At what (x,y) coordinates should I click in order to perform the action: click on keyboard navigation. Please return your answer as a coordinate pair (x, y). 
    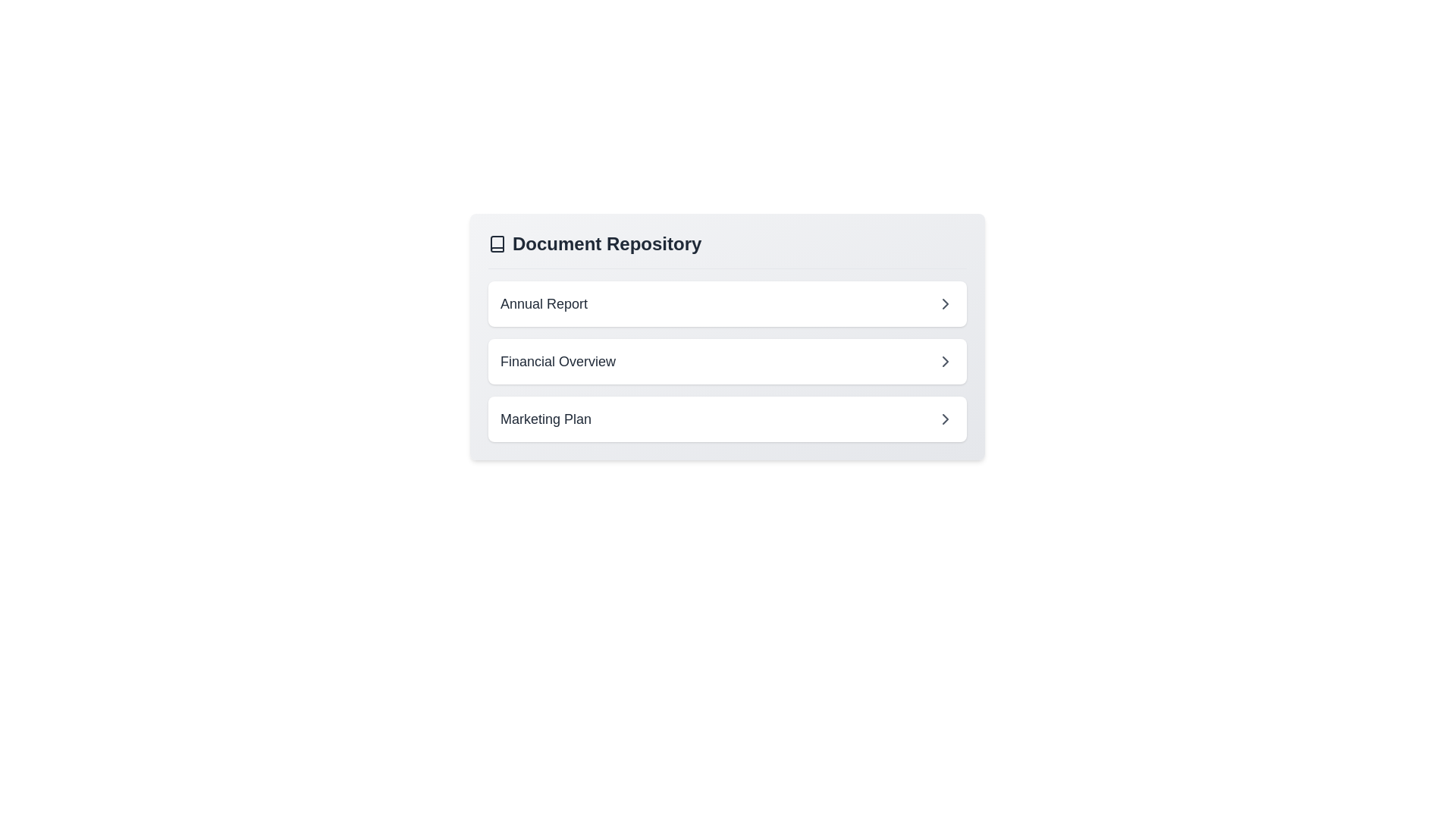
    Looking at the image, I should click on (945, 362).